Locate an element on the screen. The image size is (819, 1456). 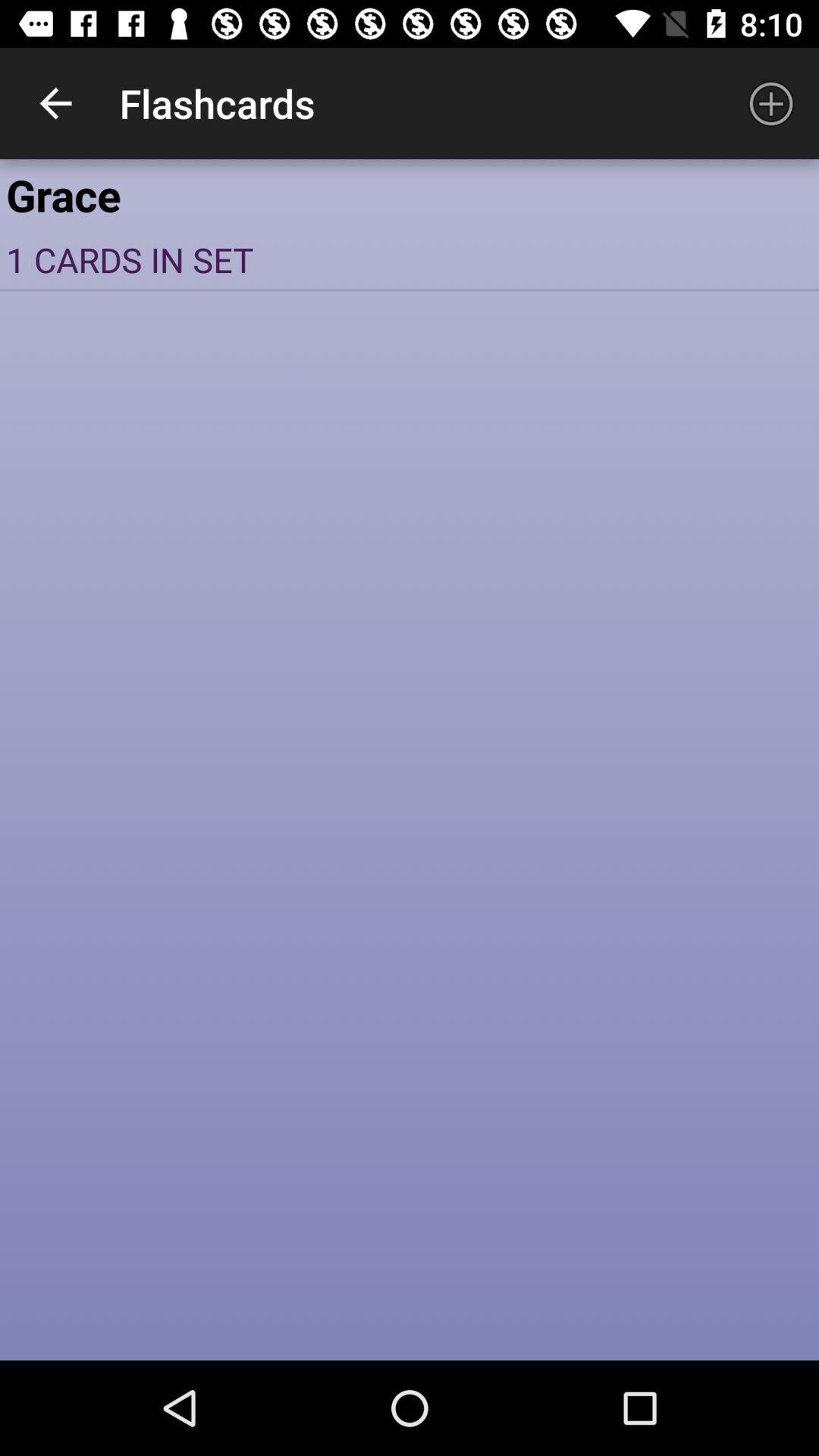
the item to the left of flashcards app is located at coordinates (55, 102).